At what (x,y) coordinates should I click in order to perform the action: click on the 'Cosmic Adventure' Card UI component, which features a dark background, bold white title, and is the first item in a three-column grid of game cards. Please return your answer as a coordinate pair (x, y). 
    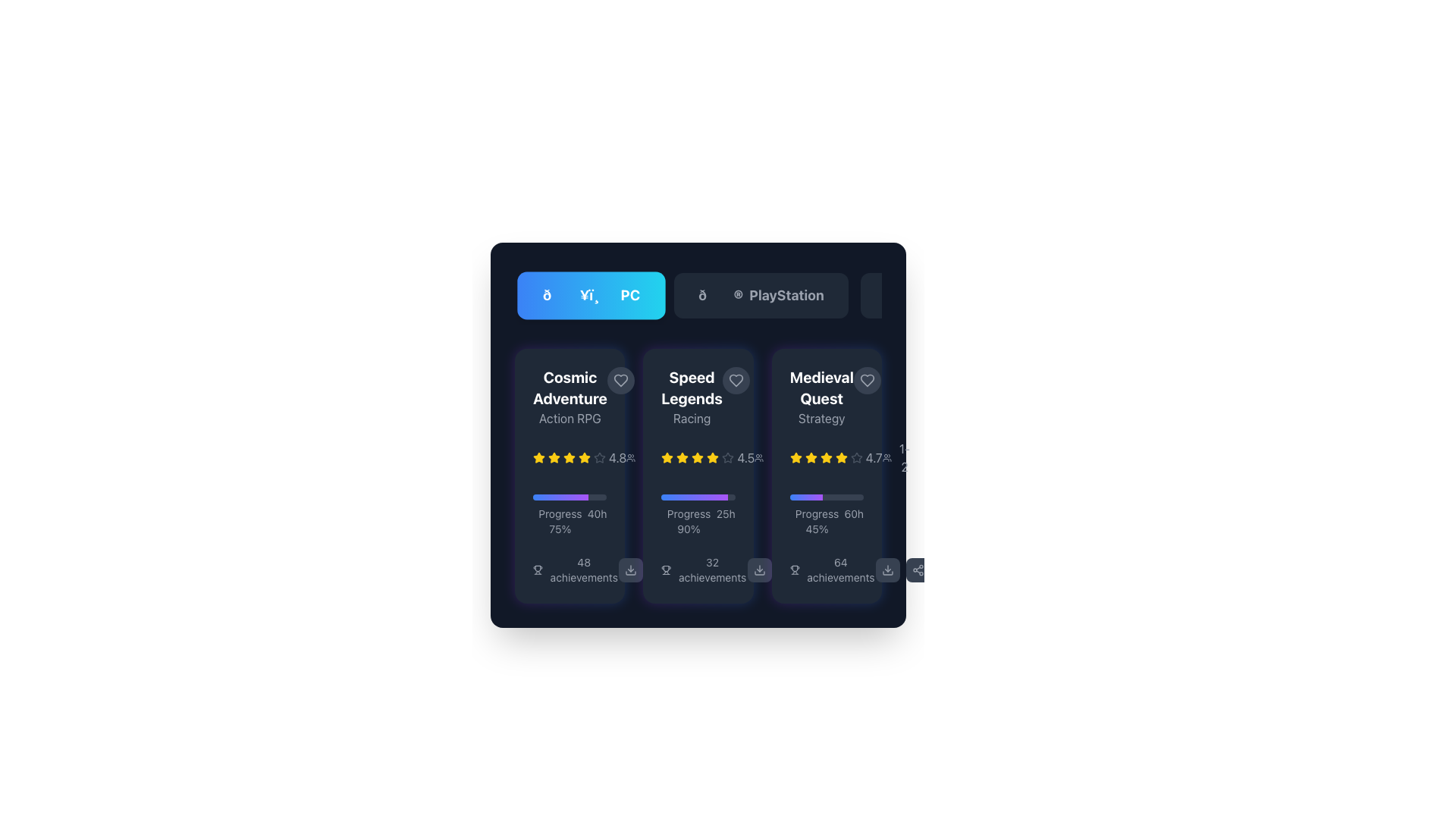
    Looking at the image, I should click on (569, 475).